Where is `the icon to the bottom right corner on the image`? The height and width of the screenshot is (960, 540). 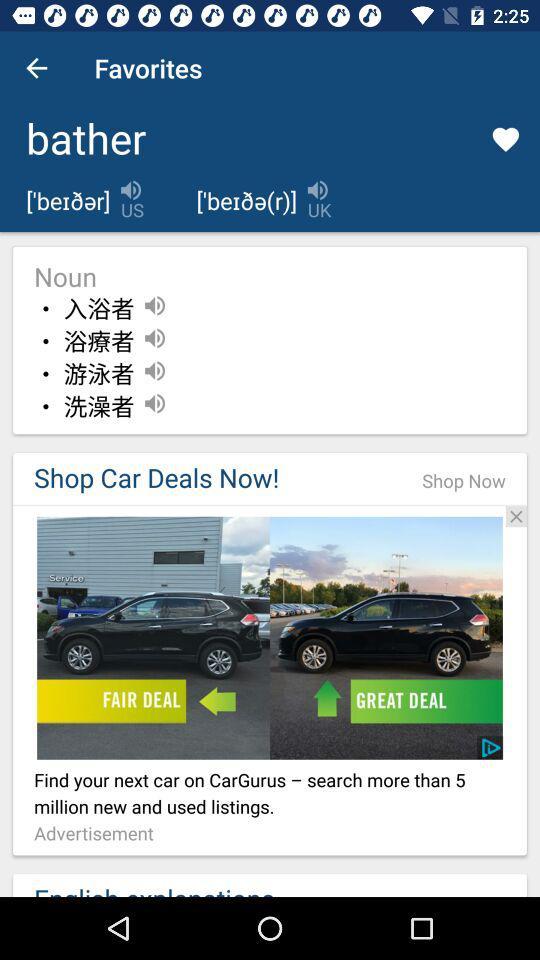 the icon to the bottom right corner on the image is located at coordinates (490, 747).